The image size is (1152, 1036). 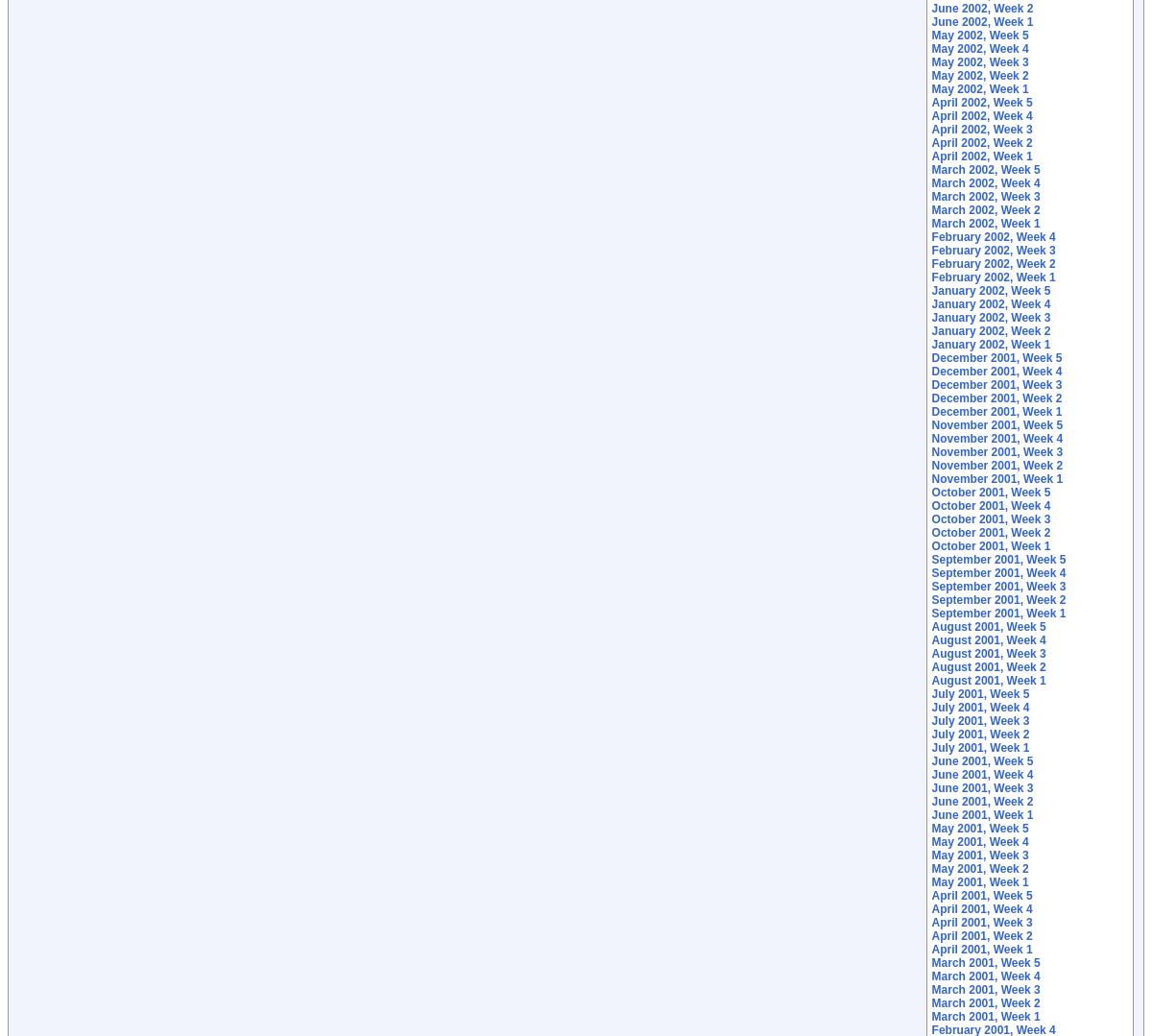 What do you see at coordinates (979, 89) in the screenshot?
I see `'May 2002, Week 1'` at bounding box center [979, 89].